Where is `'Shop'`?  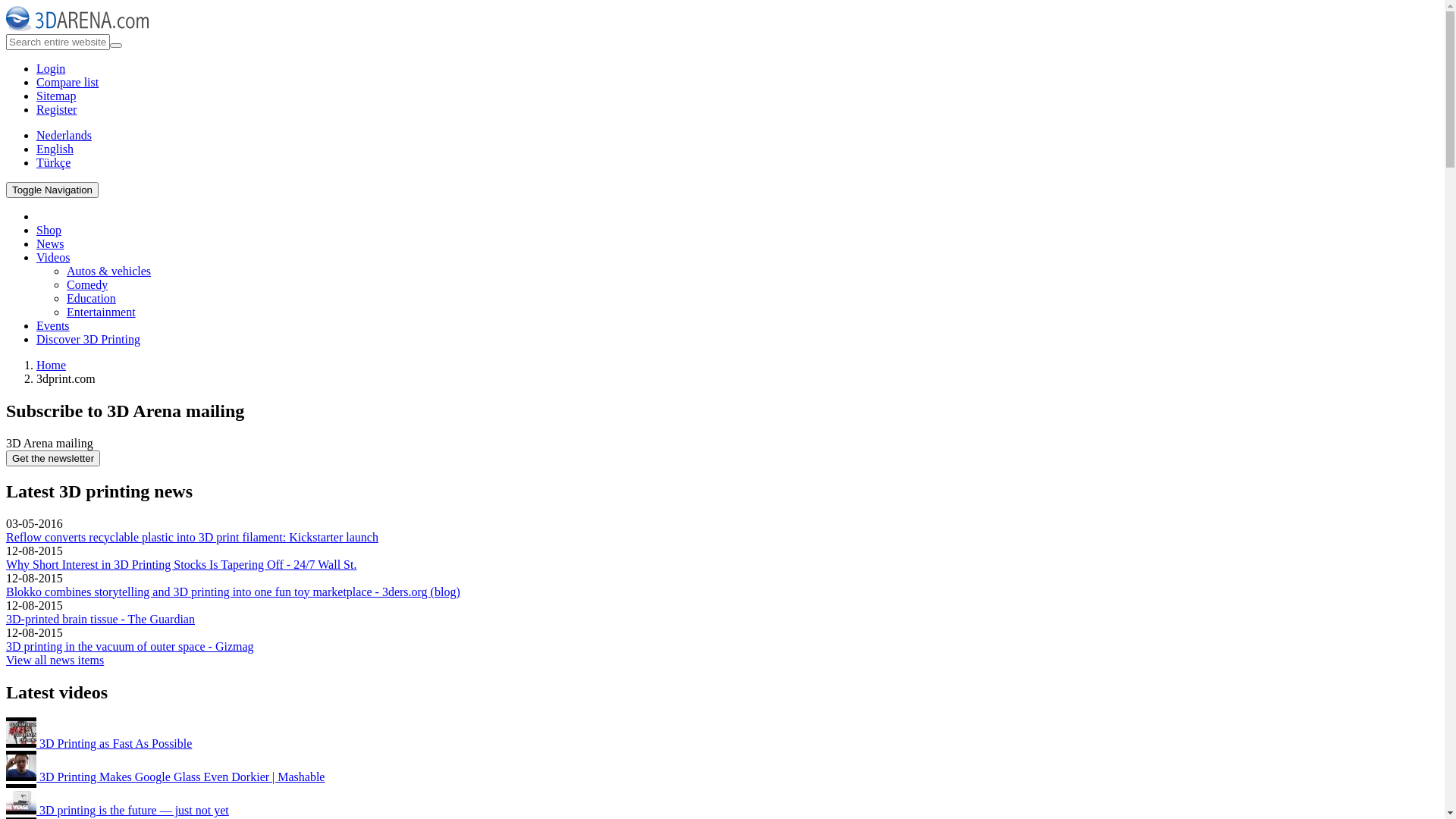
'Shop' is located at coordinates (49, 230).